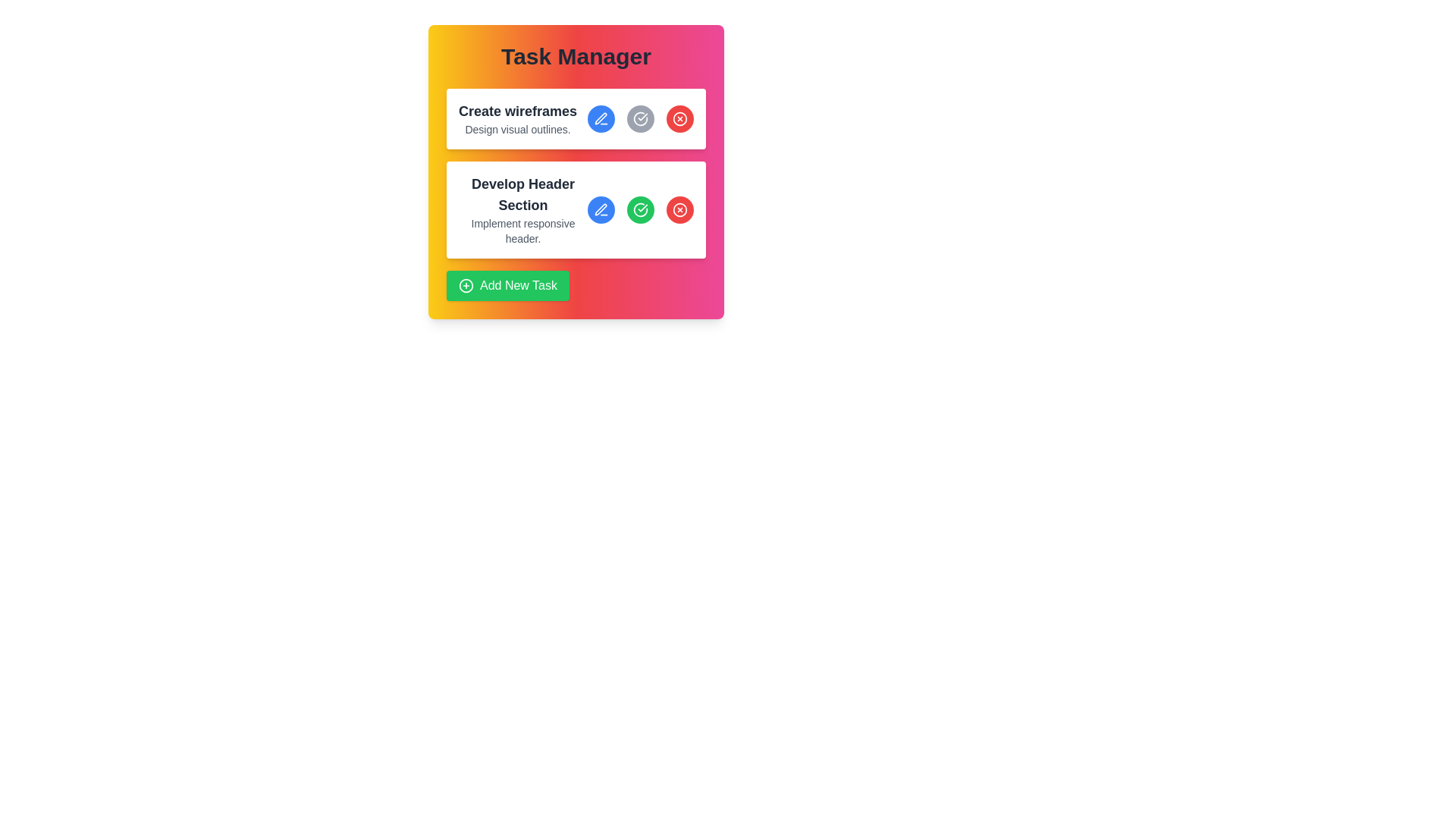 This screenshot has height=819, width=1456. What do you see at coordinates (600, 118) in the screenshot?
I see `the 'Edit Task' icon button located in the first task card labeled 'Create wireframes', which is the leftmost of three icons in the task header, positioned next to the text` at bounding box center [600, 118].